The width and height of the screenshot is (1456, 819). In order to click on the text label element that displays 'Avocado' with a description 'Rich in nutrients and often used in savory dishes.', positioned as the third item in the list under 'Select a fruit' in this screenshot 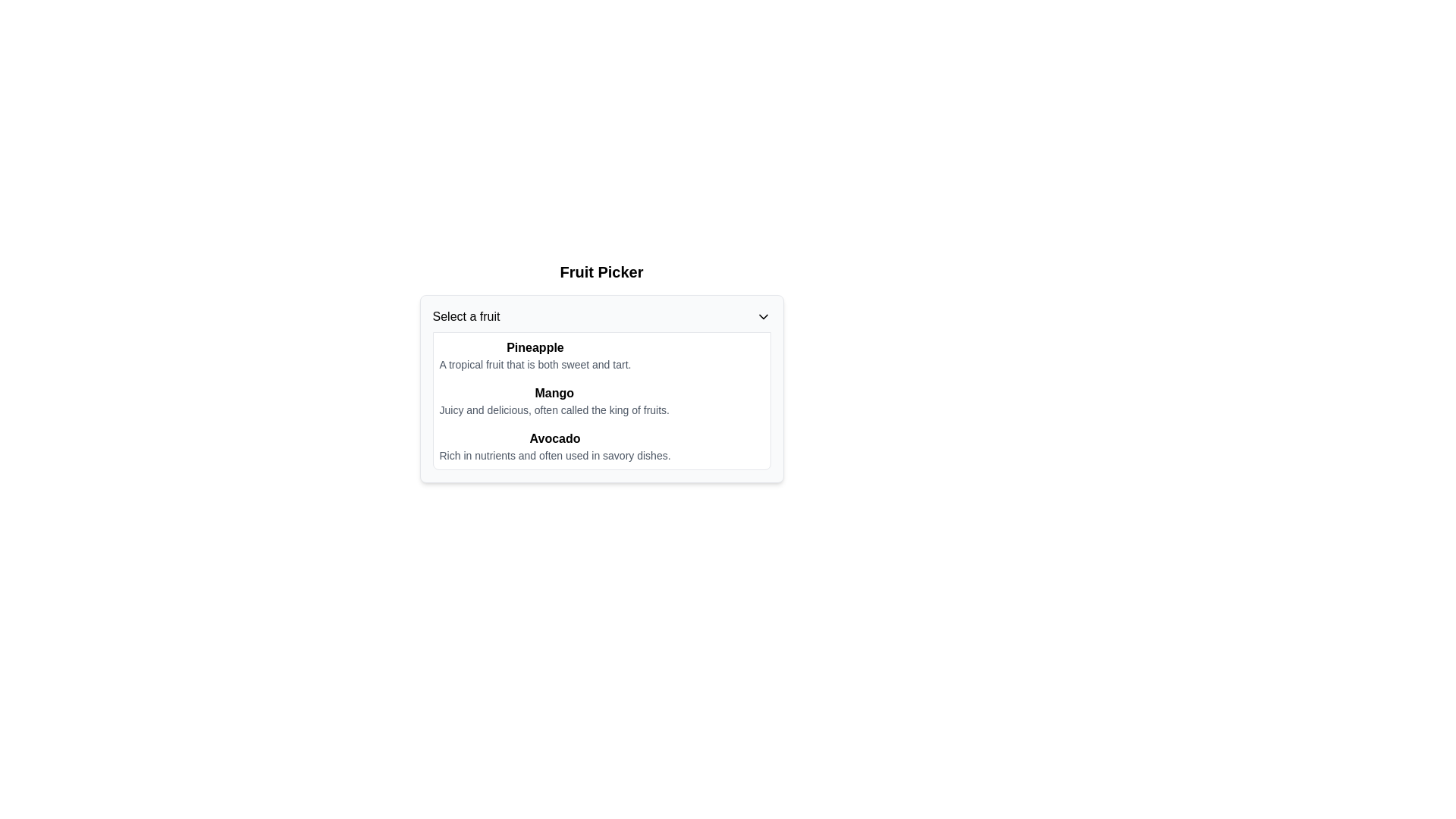, I will do `click(601, 446)`.